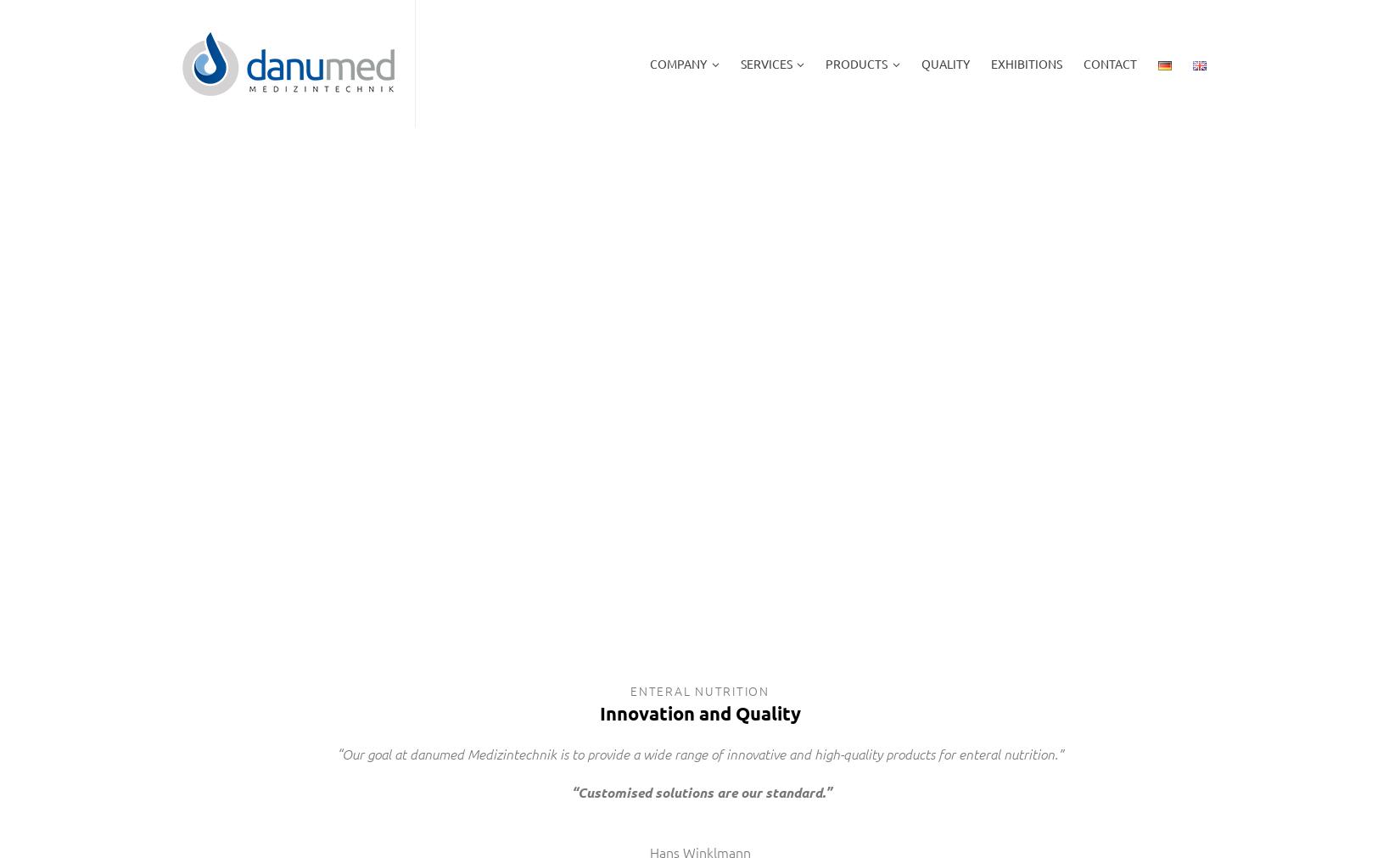 The height and width of the screenshot is (858, 1400). I want to click on '“Customised solutions are our standard.”', so click(700, 792).